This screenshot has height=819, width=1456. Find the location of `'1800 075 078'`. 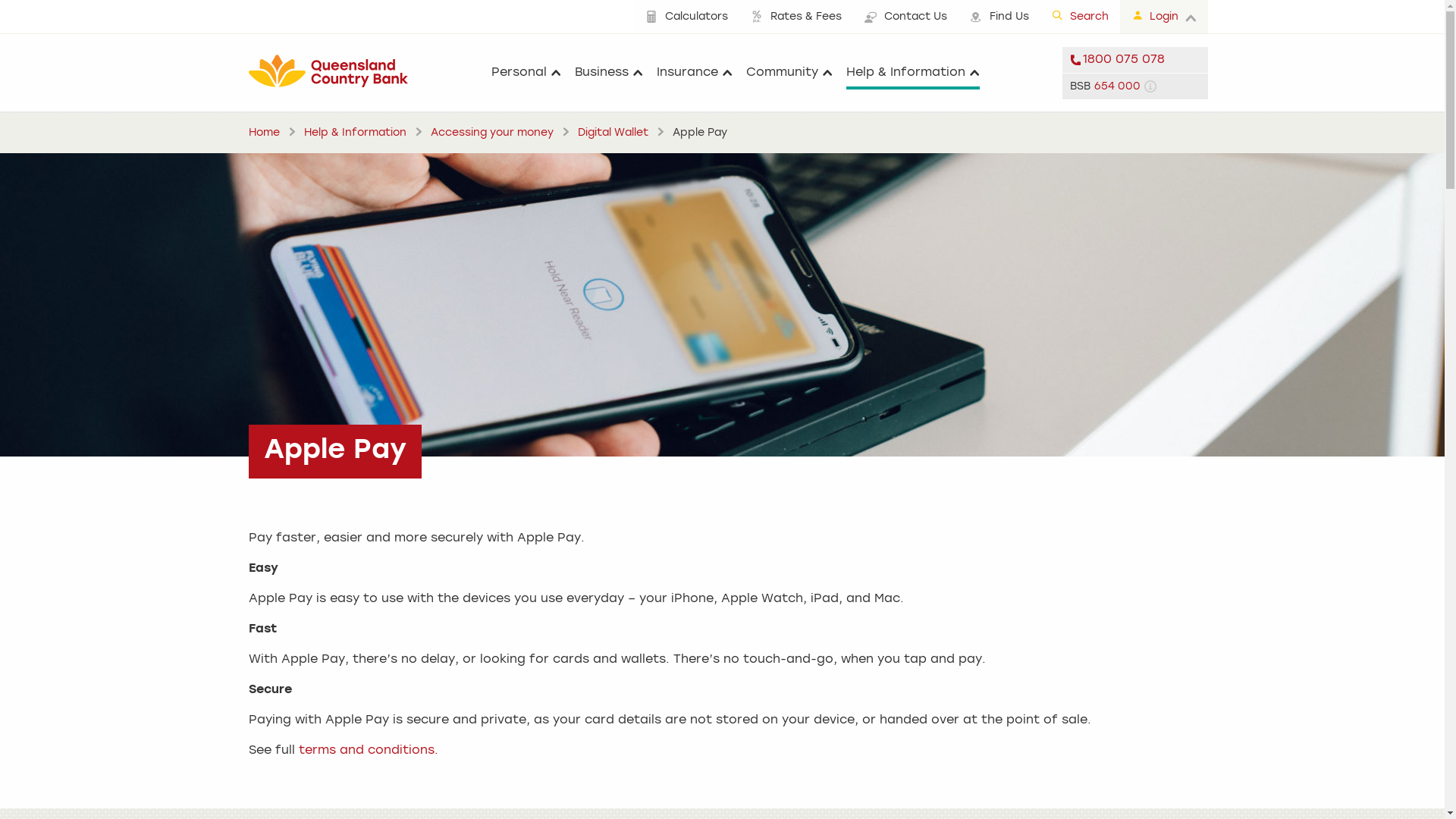

'1800 075 078' is located at coordinates (1134, 58).